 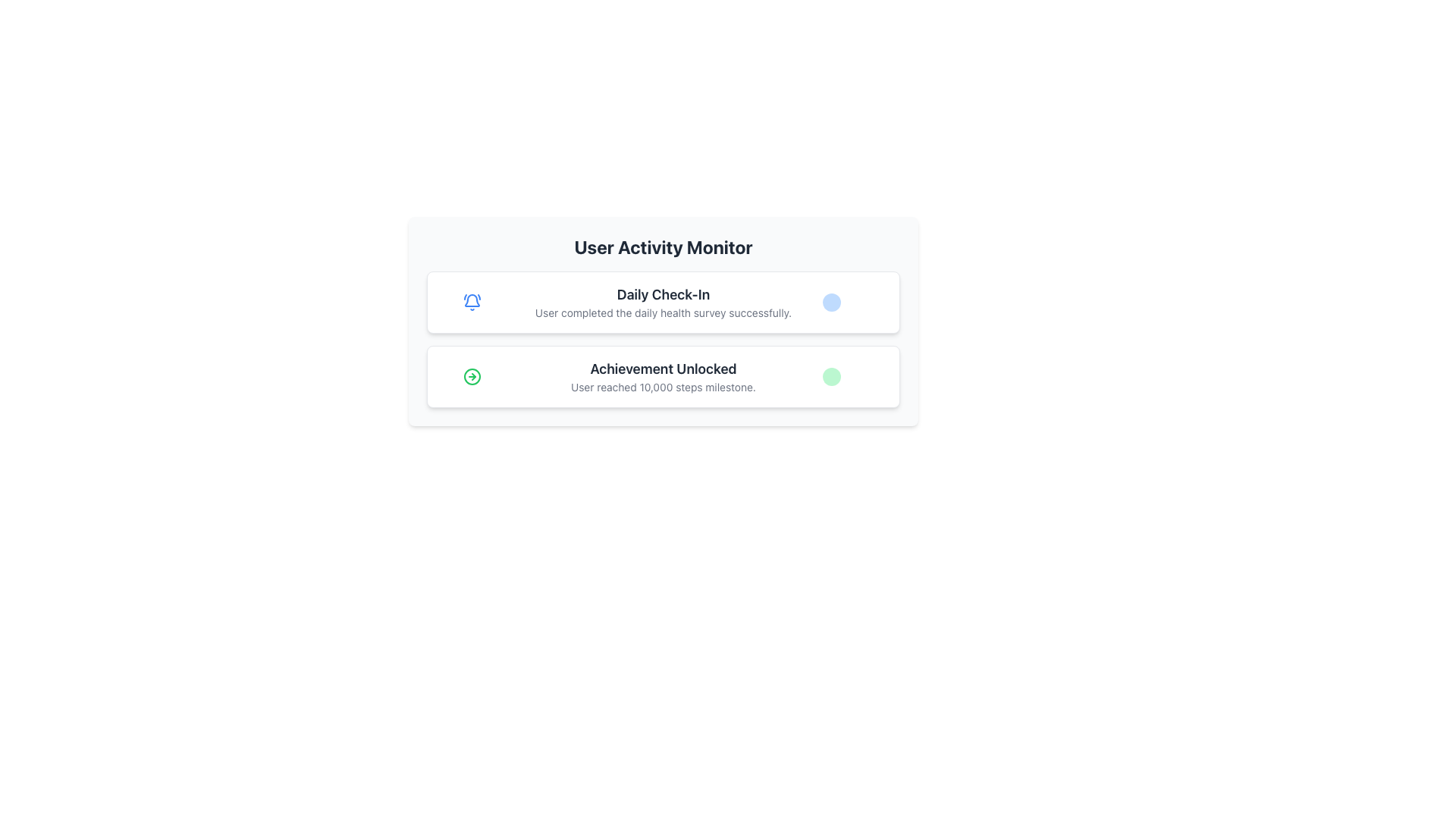 What do you see at coordinates (831, 376) in the screenshot?
I see `the badge indicating 'Achievement Unlocked' located in the top-right corner of the section adjacent to the text 'User reached 10,000 steps milestone'` at bounding box center [831, 376].